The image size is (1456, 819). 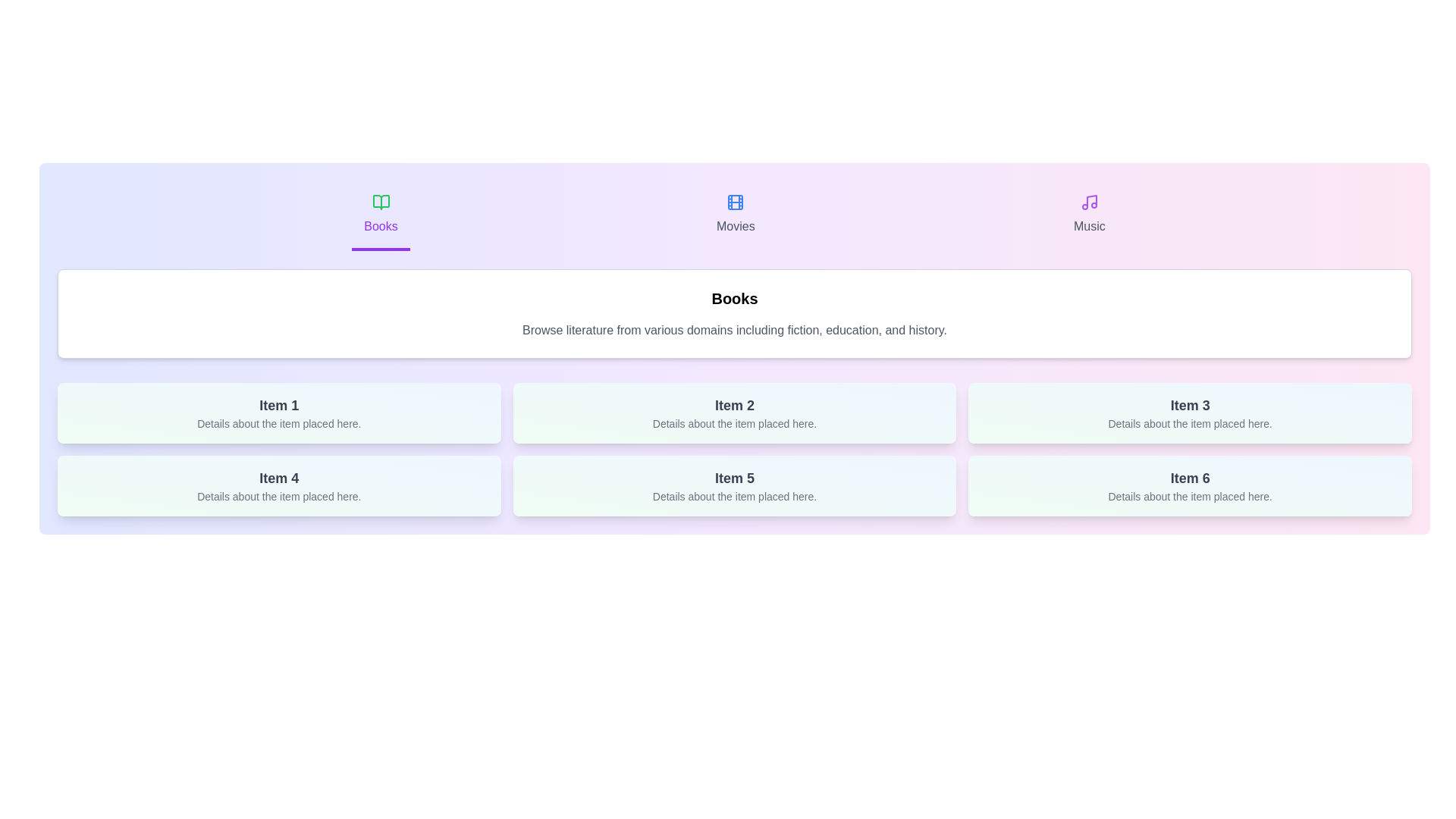 I want to click on the tab labeled Music, so click(x=1088, y=216).